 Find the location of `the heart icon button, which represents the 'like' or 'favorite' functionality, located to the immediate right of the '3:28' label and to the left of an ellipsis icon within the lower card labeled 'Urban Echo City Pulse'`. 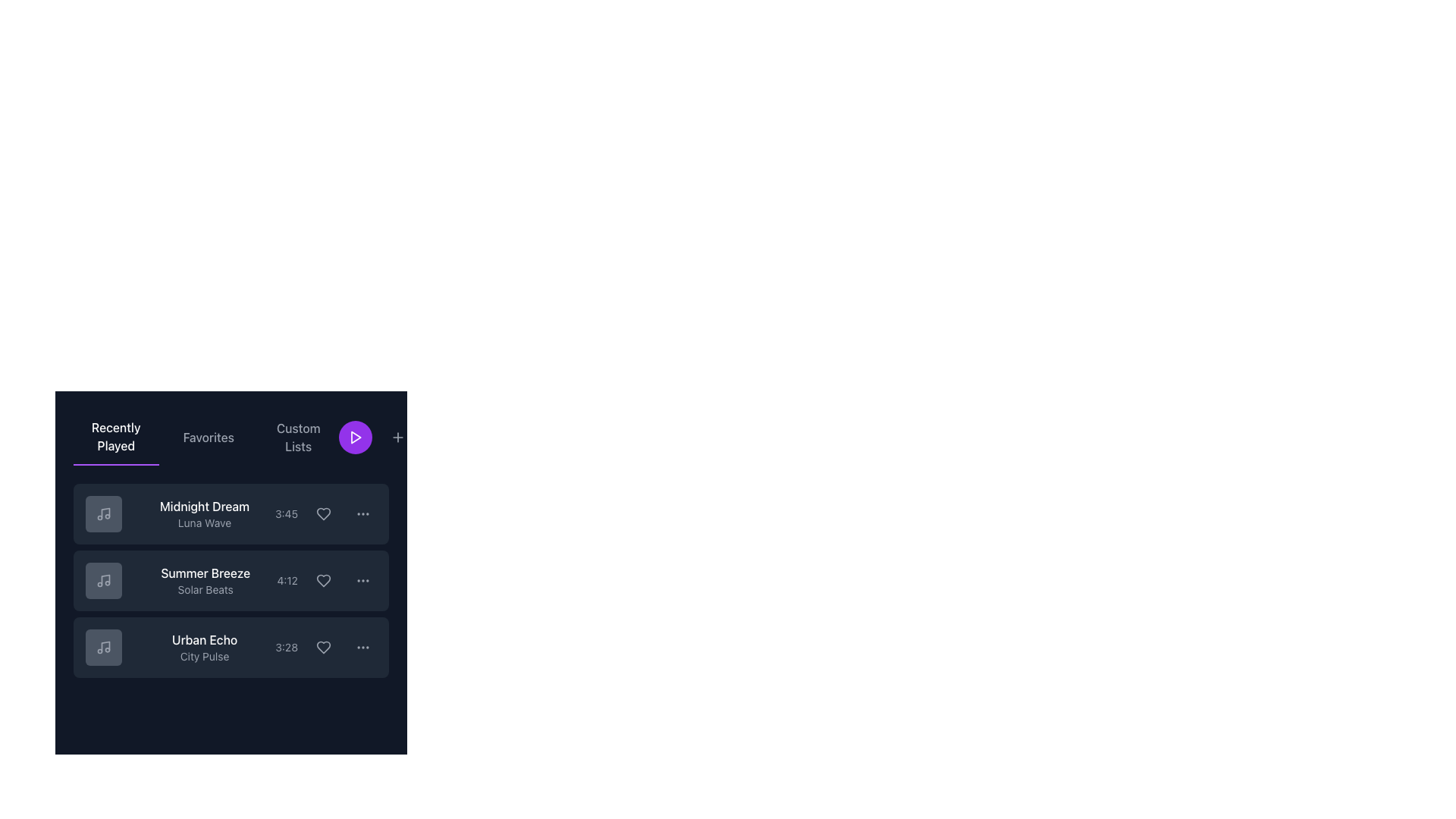

the heart icon button, which represents the 'like' or 'favorite' functionality, located to the immediate right of the '3:28' label and to the left of an ellipsis icon within the lower card labeled 'Urban Echo City Pulse' is located at coordinates (325, 647).